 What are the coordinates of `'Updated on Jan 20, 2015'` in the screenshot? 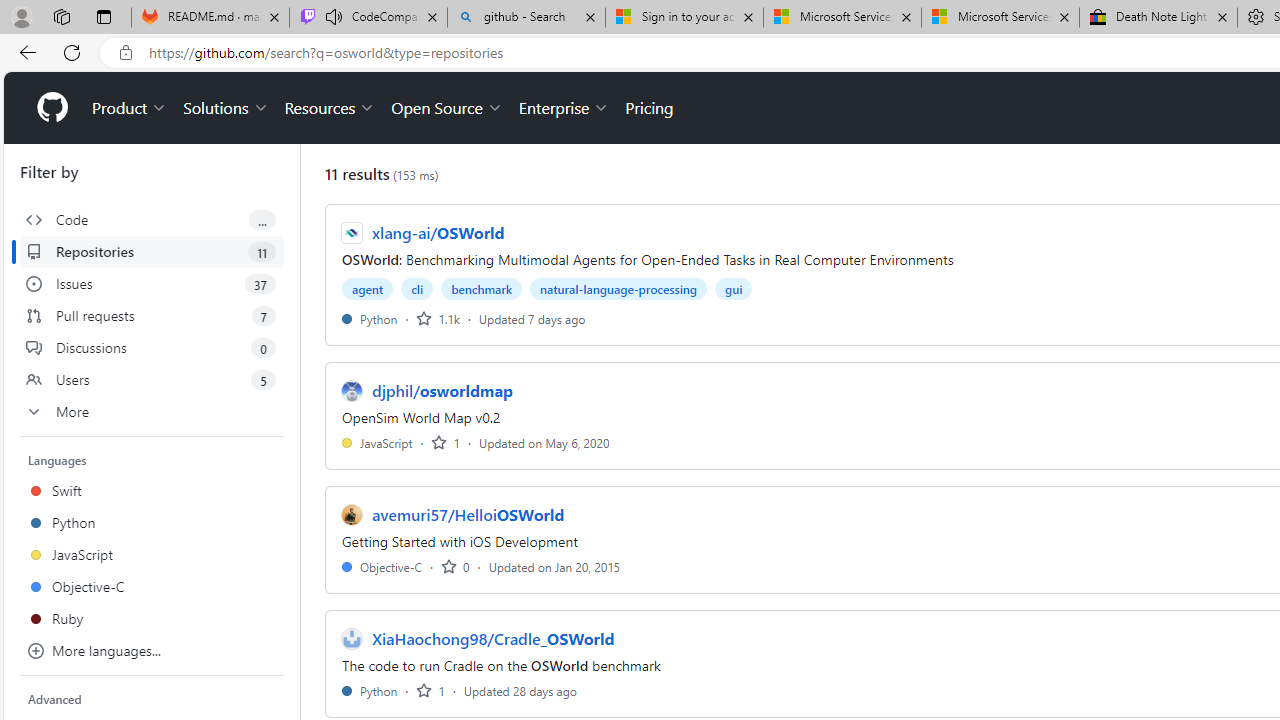 It's located at (554, 566).